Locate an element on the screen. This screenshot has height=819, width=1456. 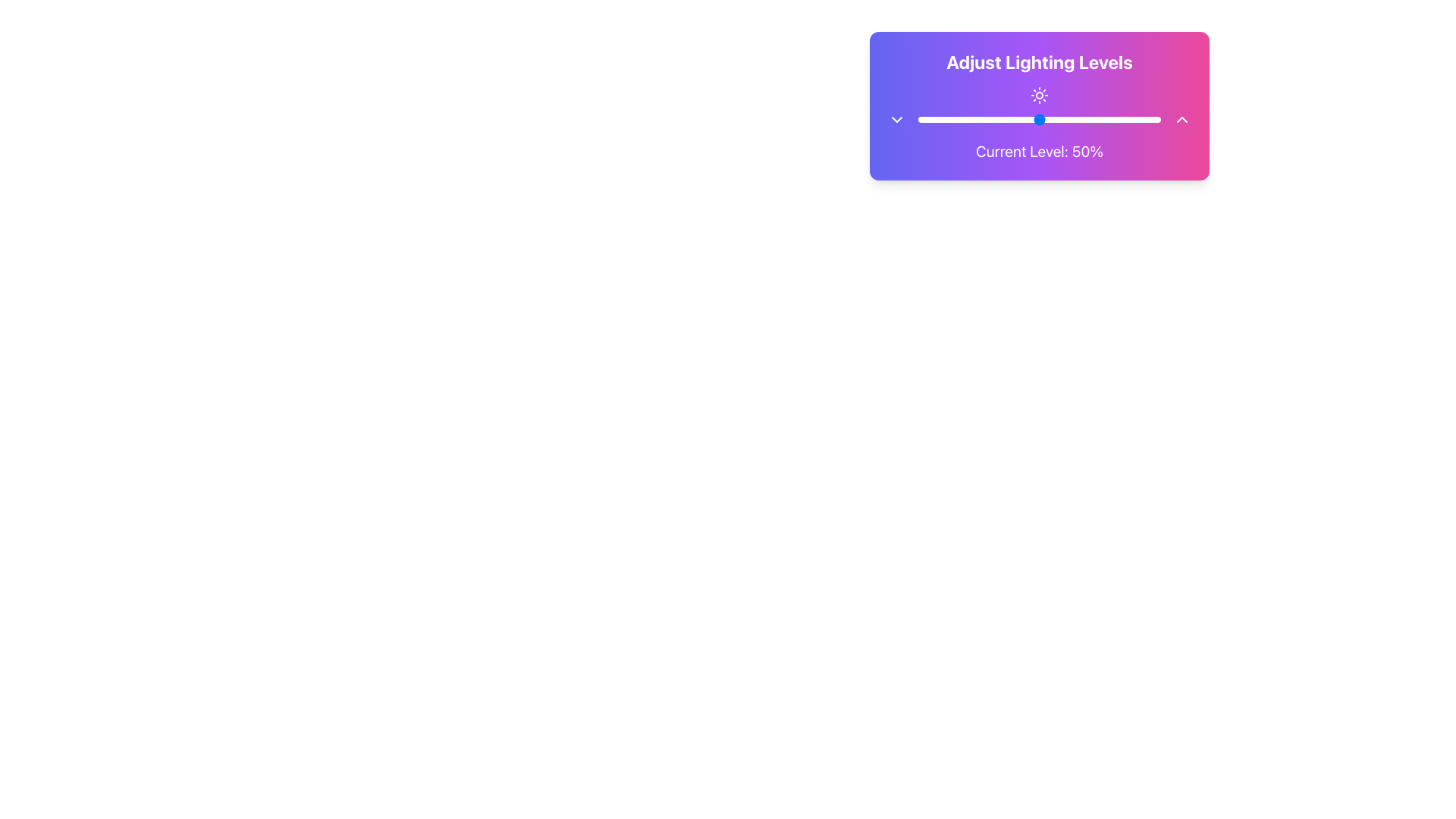
the lighting level is located at coordinates (1157, 119).